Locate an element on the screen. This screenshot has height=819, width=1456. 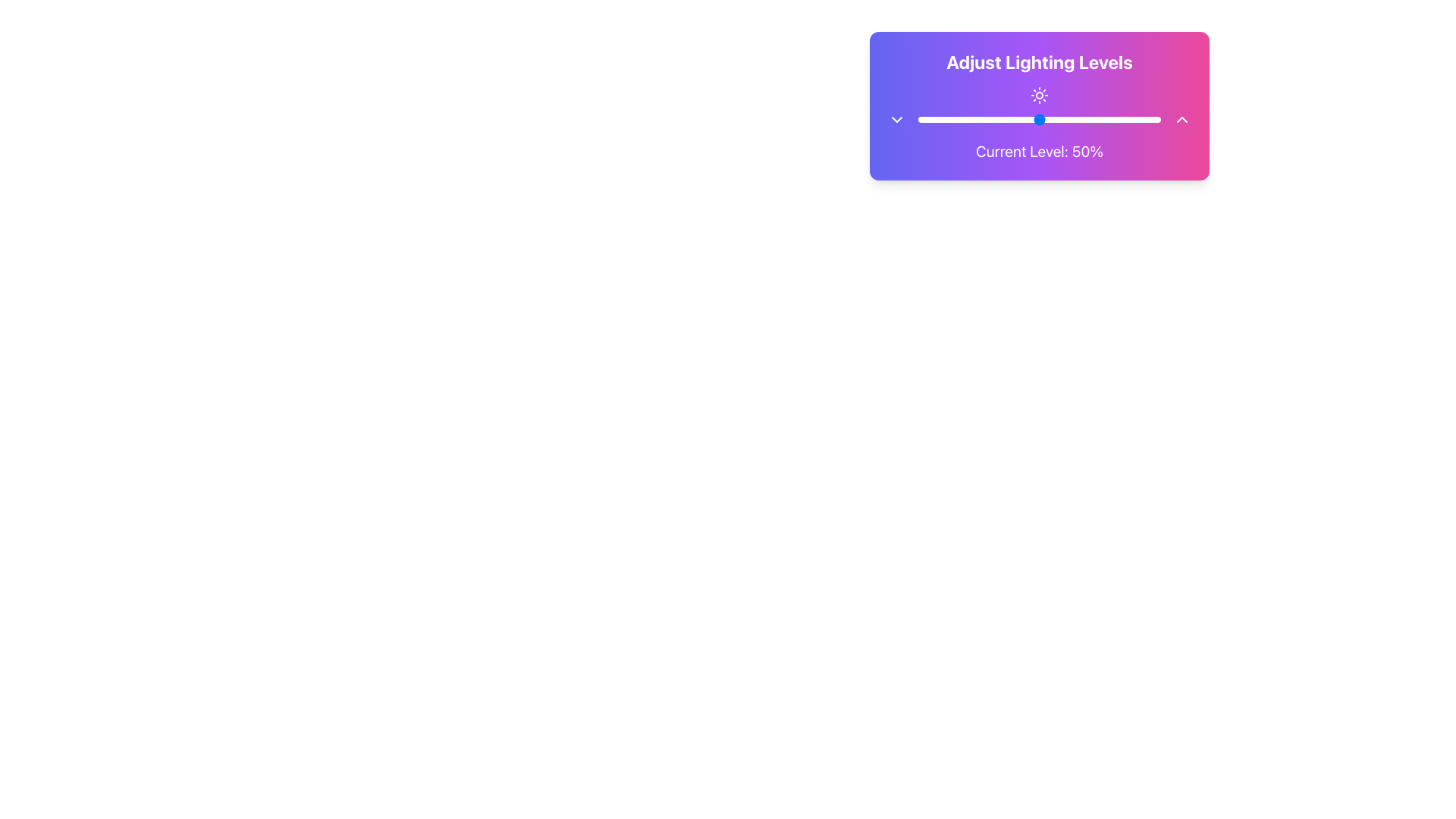
the lighting level is located at coordinates (1157, 119).